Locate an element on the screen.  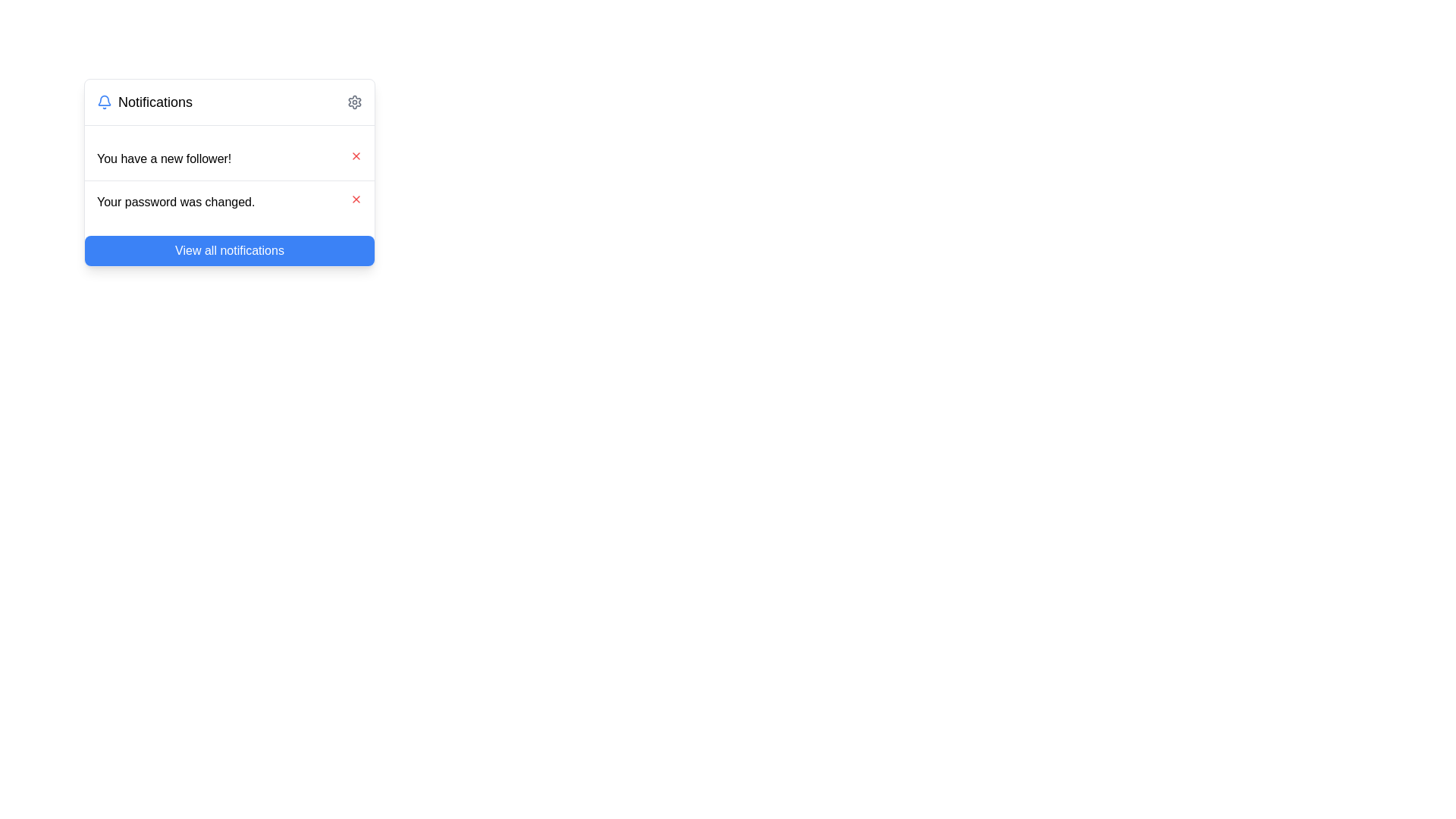
the Close button icon located in the top-right corner of the notification card that reads 'You have a new follower!' is located at coordinates (356, 155).